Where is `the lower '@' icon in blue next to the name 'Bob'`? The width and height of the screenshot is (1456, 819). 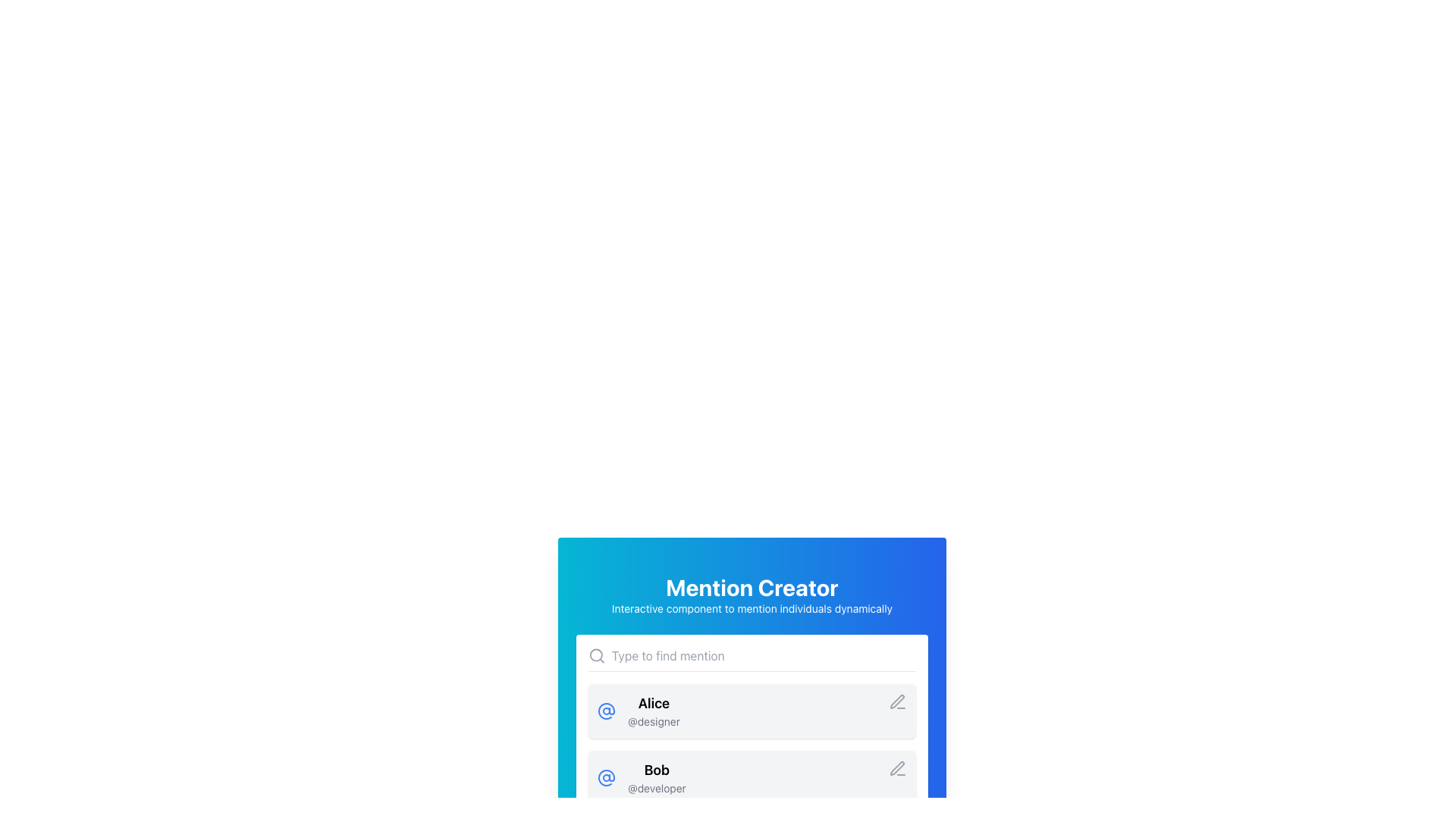
the lower '@' icon in blue next to the name 'Bob' is located at coordinates (607, 778).